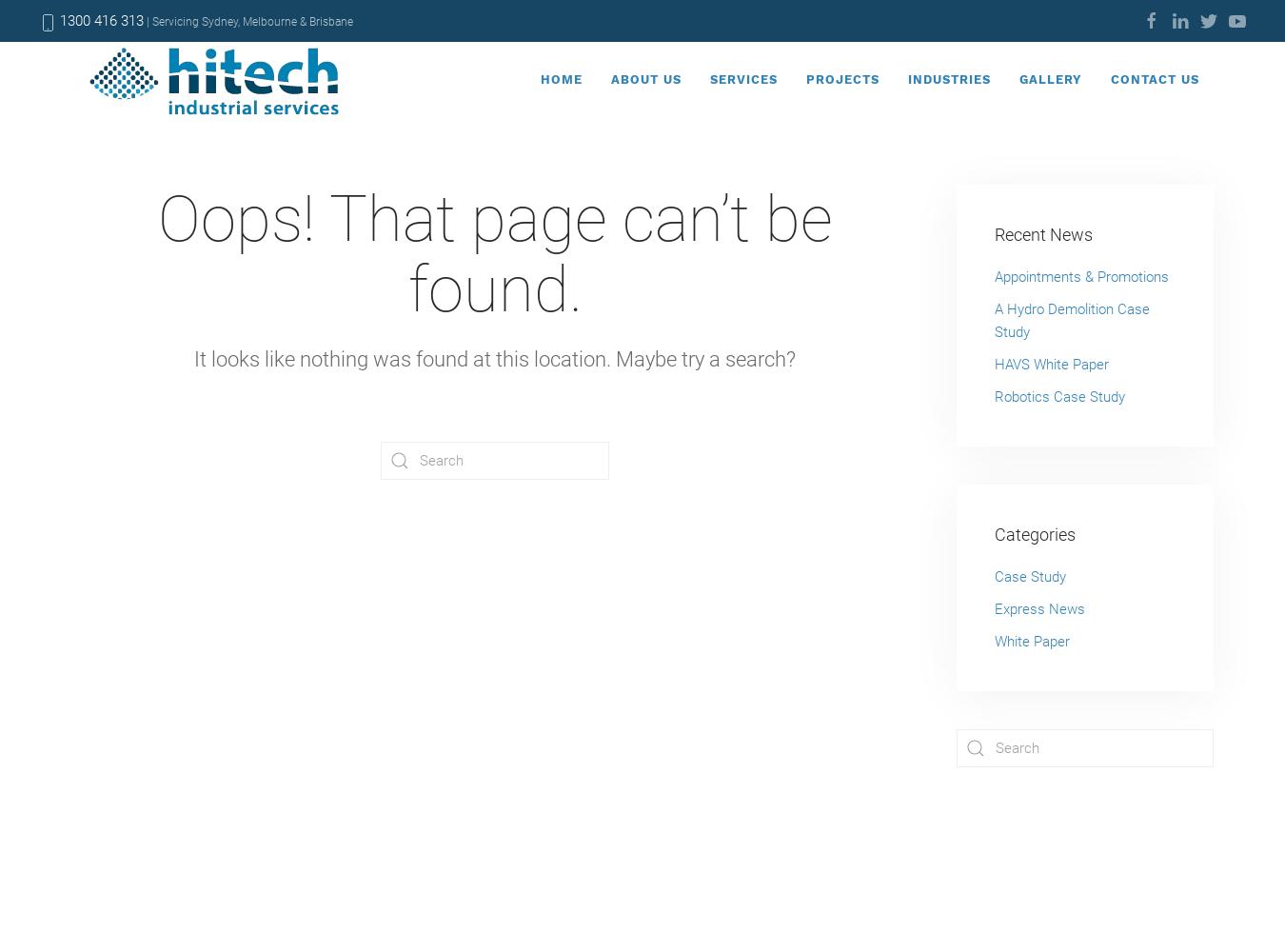  I want to click on '| Servicing Sydney, Melbourne & Brisbane', so click(247, 22).